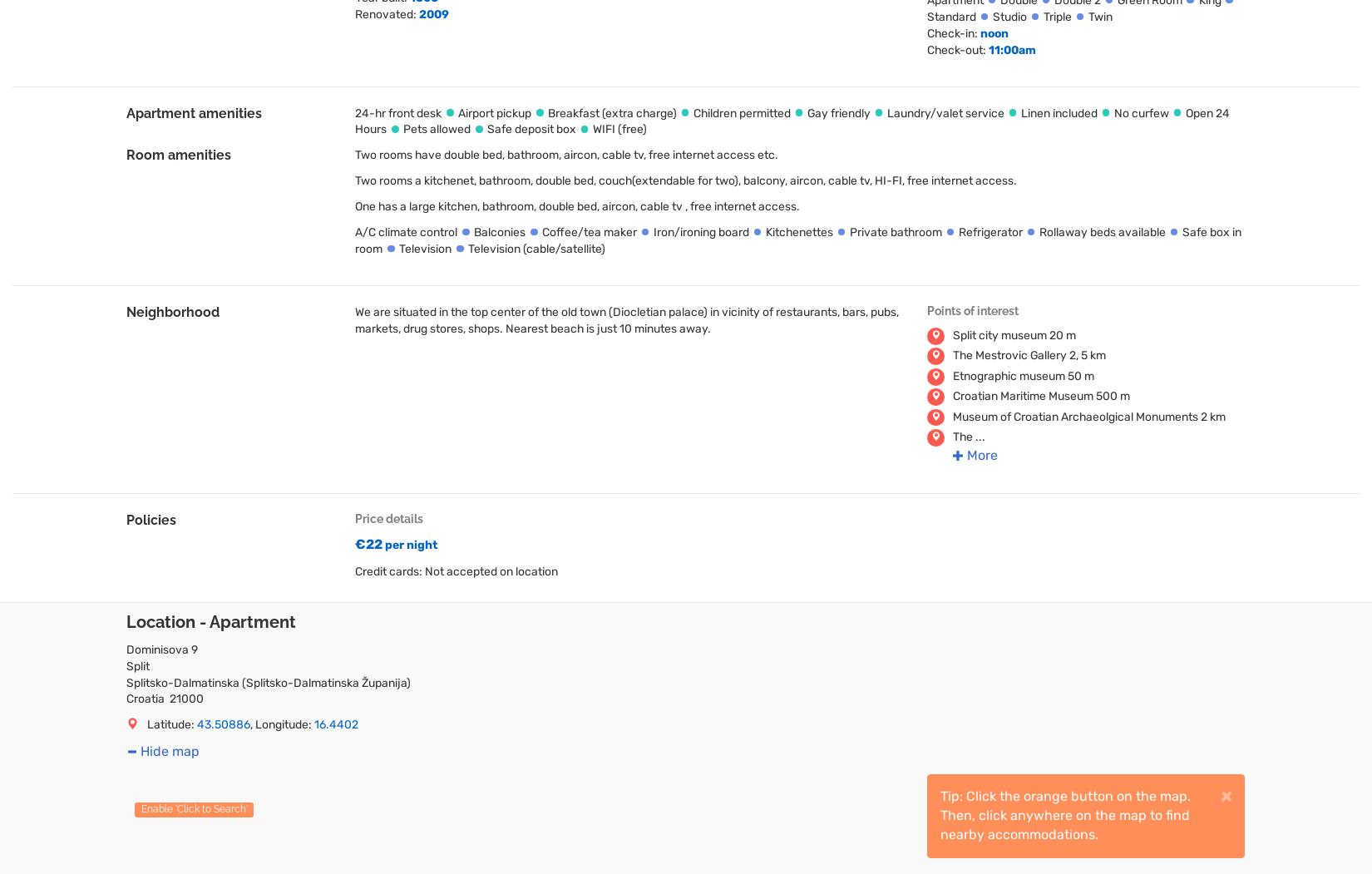  Describe the element at coordinates (838, 111) in the screenshot. I see `'Gay friendly'` at that location.